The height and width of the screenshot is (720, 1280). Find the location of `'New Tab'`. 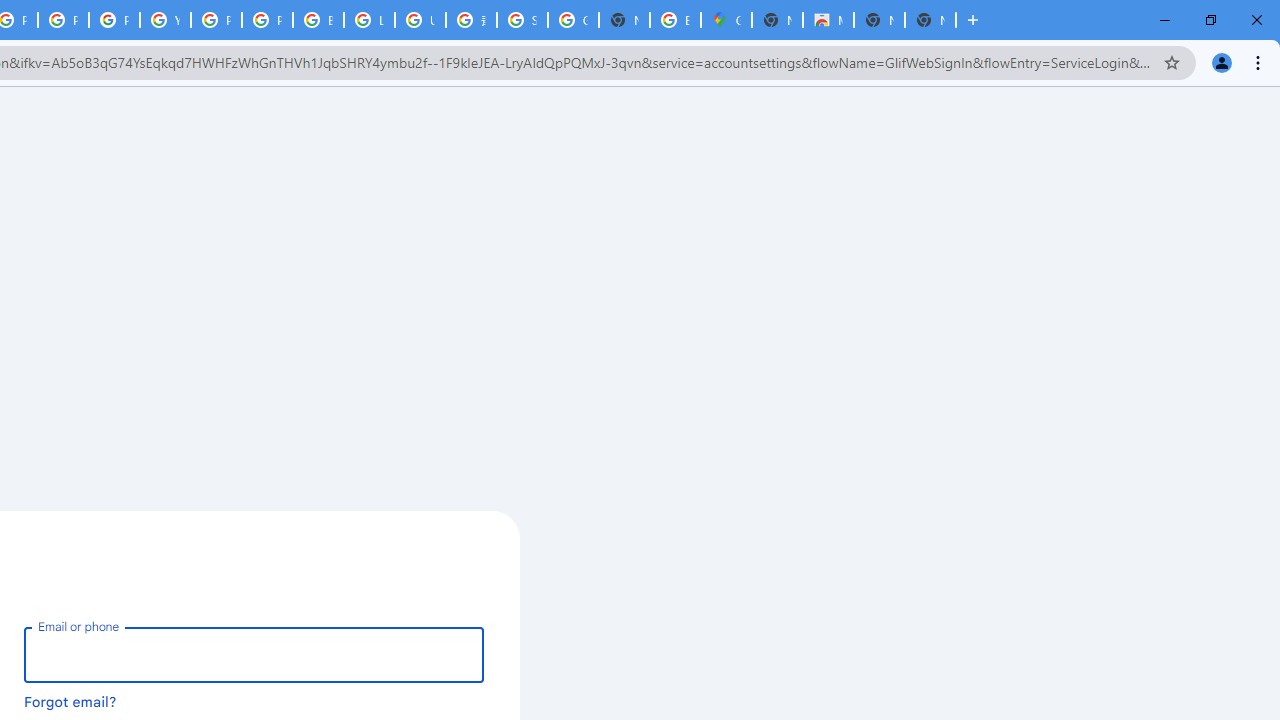

'New Tab' is located at coordinates (972, 20).